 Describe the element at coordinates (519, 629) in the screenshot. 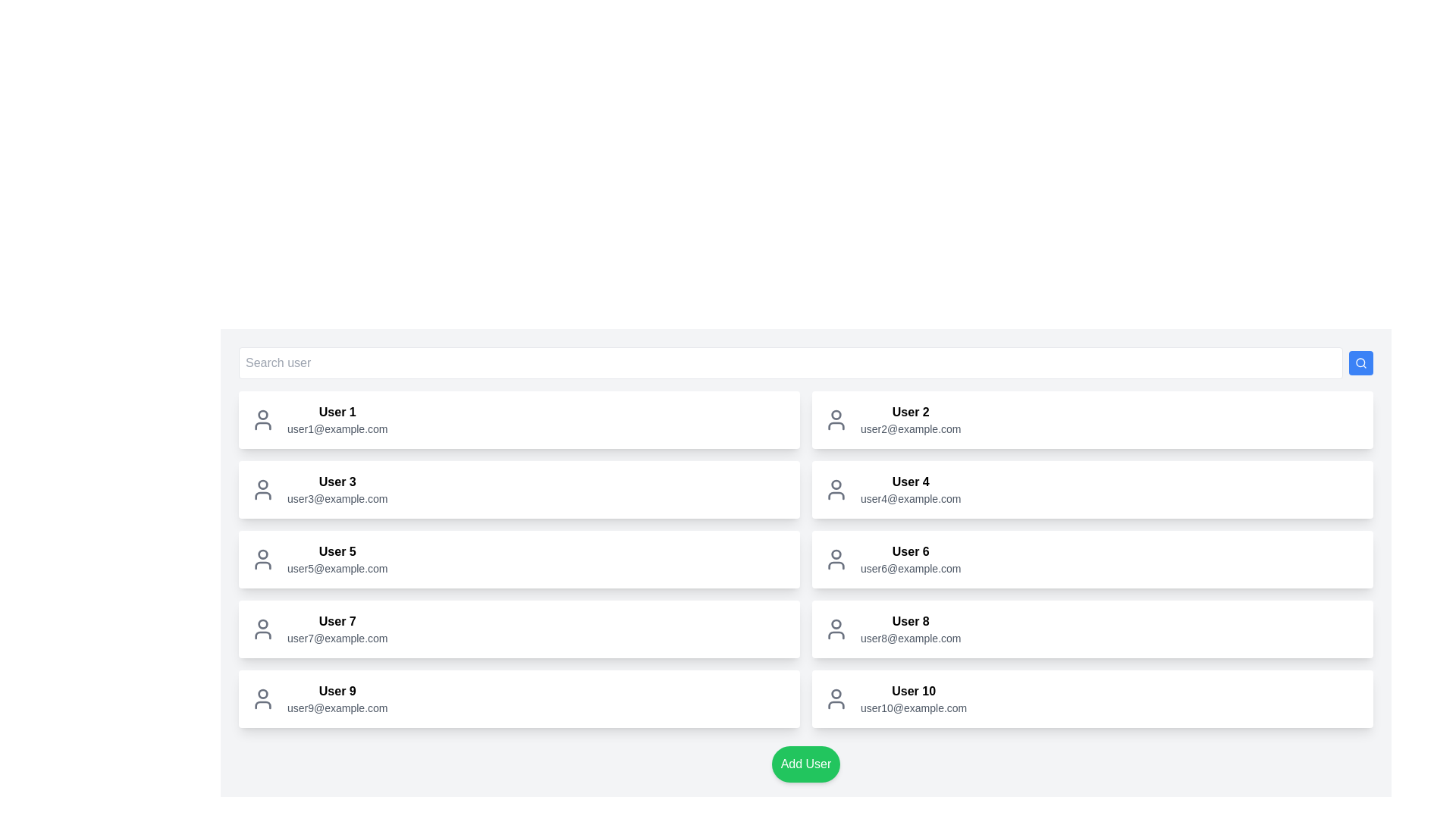

I see `the User Profile Card displaying user details including name and email address, positioned as the 7th item in a grid layout` at that location.